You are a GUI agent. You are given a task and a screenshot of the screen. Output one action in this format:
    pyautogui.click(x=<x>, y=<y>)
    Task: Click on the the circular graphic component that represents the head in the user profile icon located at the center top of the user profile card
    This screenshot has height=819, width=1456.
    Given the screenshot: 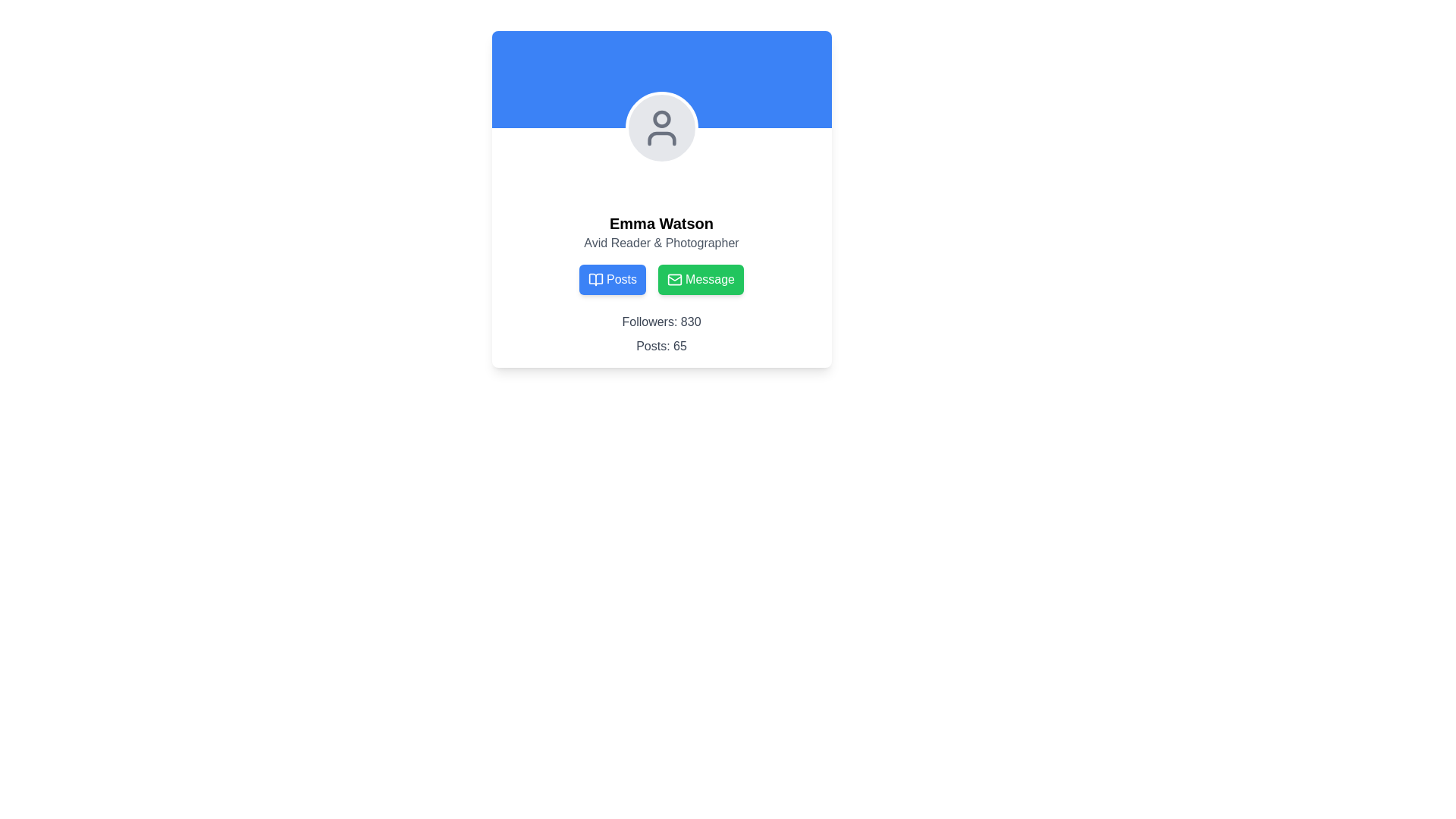 What is the action you would take?
    pyautogui.click(x=661, y=118)
    